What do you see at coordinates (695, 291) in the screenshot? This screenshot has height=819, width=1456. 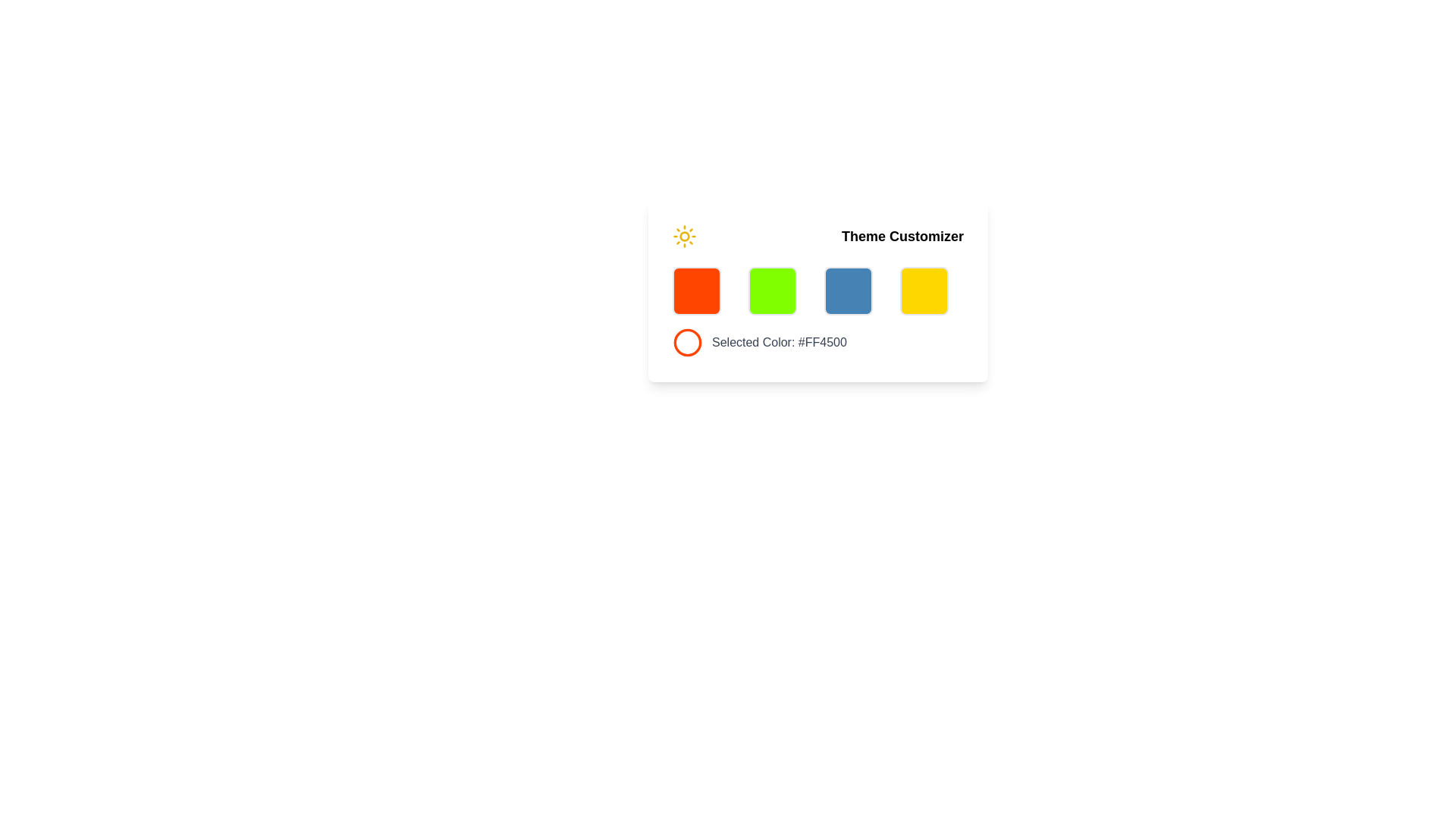 I see `the first square button with a rounded appearance and solid orange background in the grid layout under the 'Theme Customizer' title` at bounding box center [695, 291].